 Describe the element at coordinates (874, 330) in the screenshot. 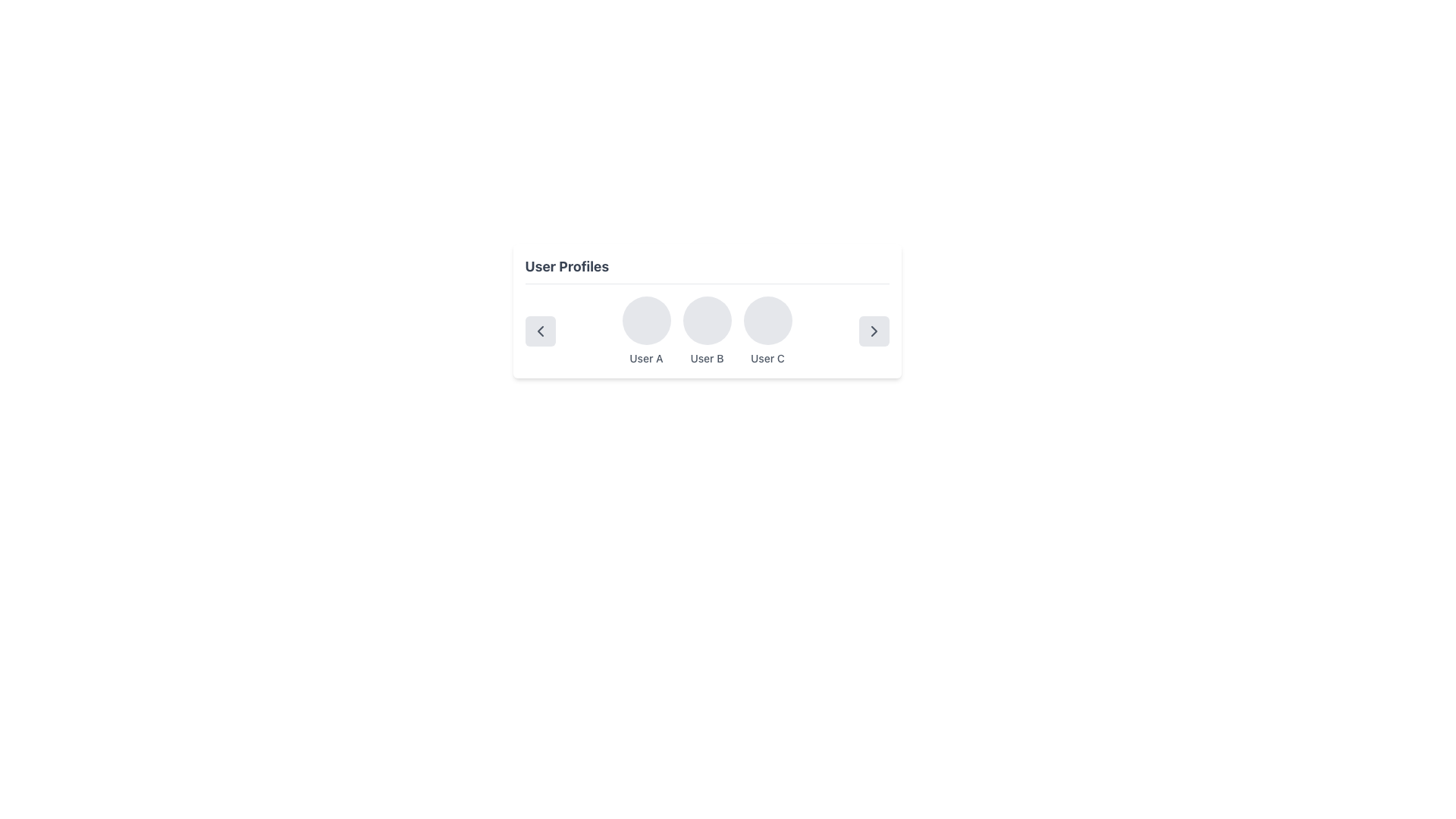

I see `the right-pointing arrow icon styled with a thin solid outline in the button located at the far right side of the 'User Profiles' section` at that location.